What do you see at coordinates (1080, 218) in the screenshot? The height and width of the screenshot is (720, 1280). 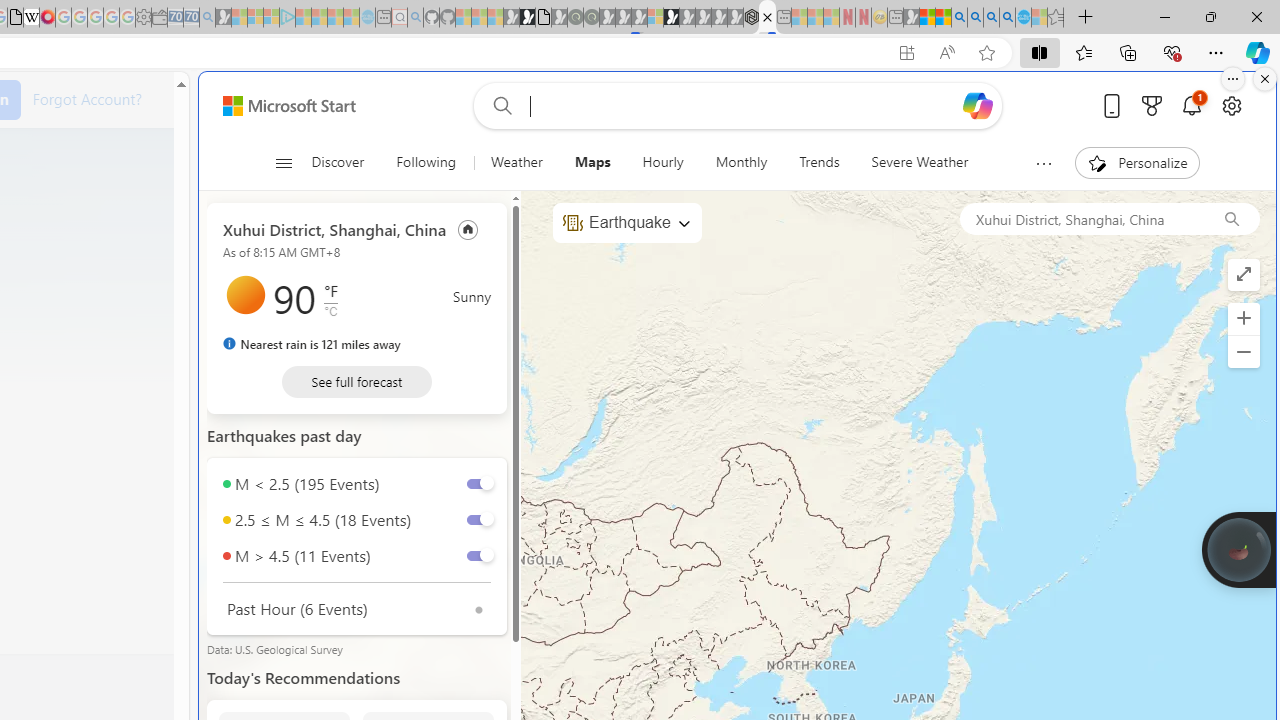 I see `'Xuhui District, Shanghai, China'` at bounding box center [1080, 218].